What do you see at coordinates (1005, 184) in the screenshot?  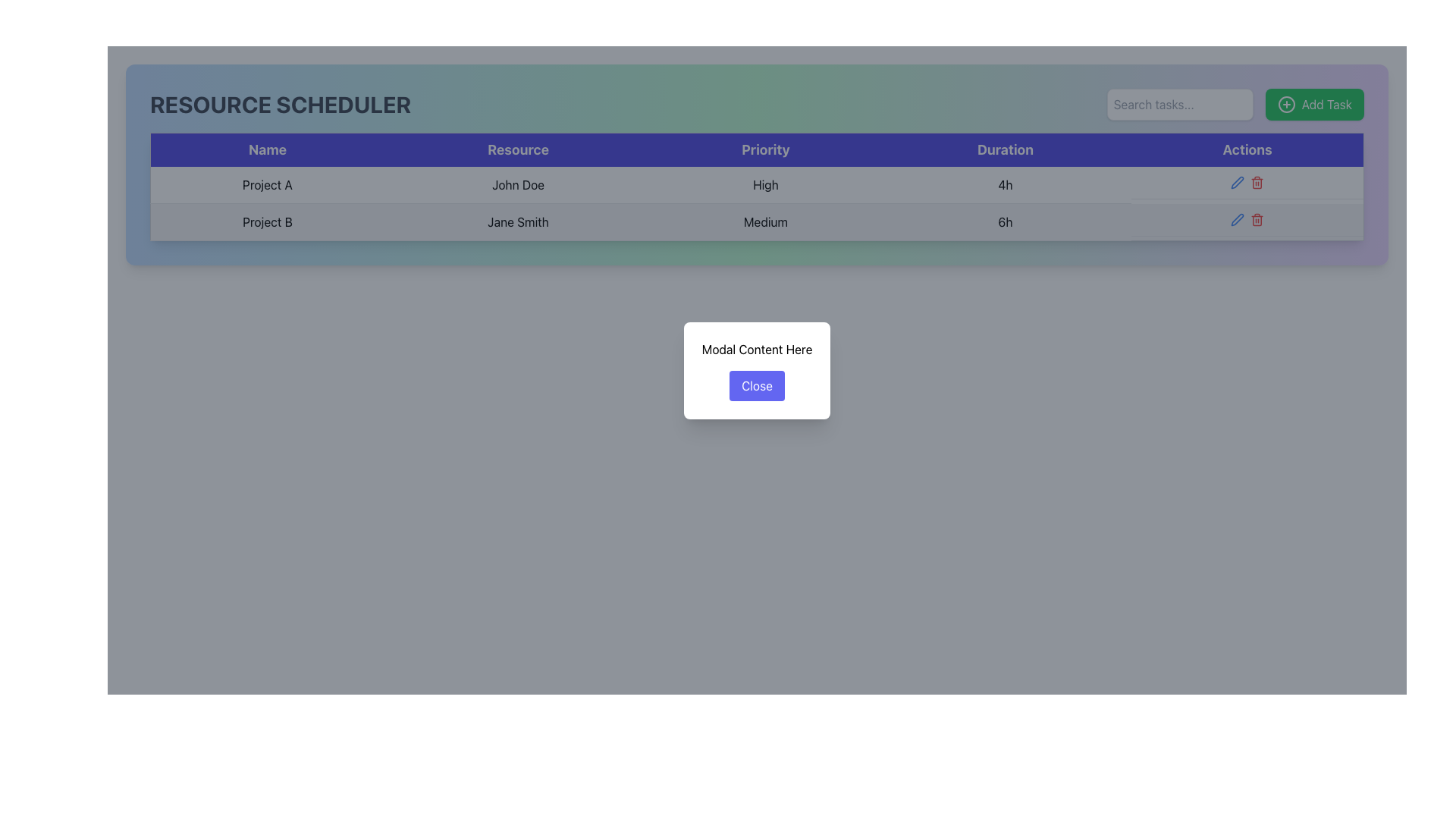 I see `the static text displaying '4 hours' in the fourth column of the first row under the 'Duration' heading in the table` at bounding box center [1005, 184].